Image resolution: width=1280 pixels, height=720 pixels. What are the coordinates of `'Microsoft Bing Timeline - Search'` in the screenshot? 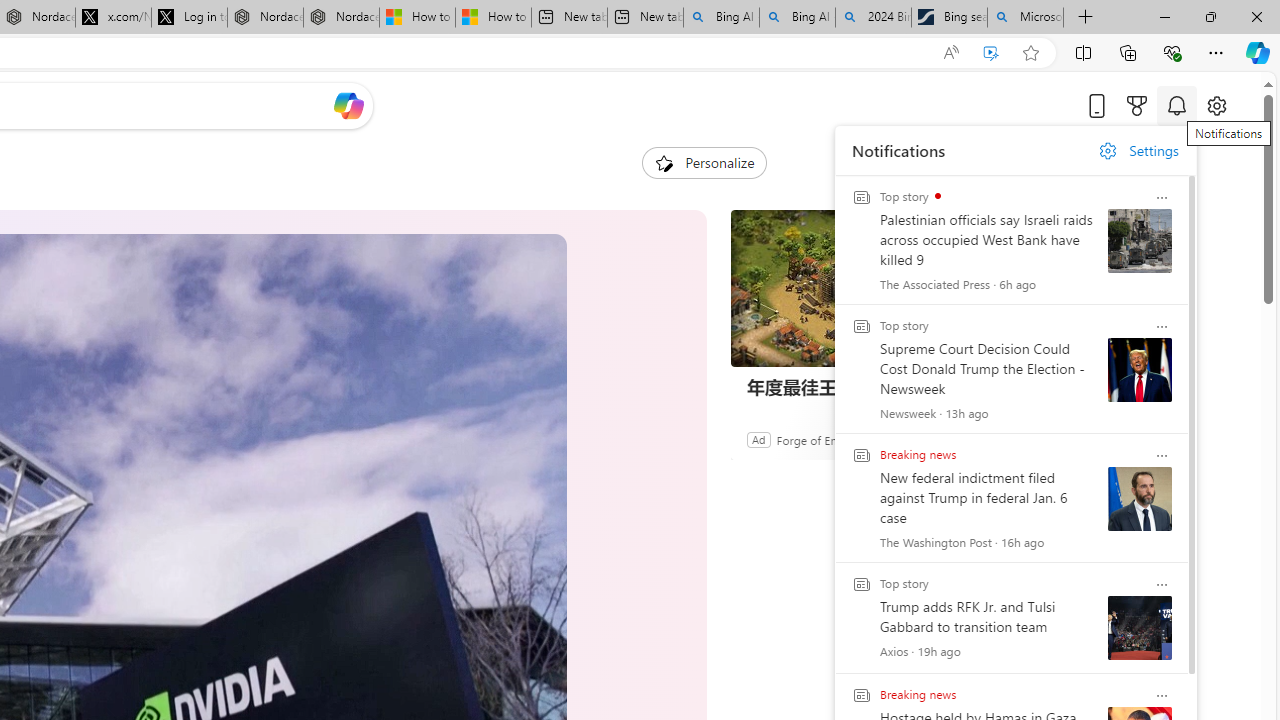 It's located at (1025, 17).